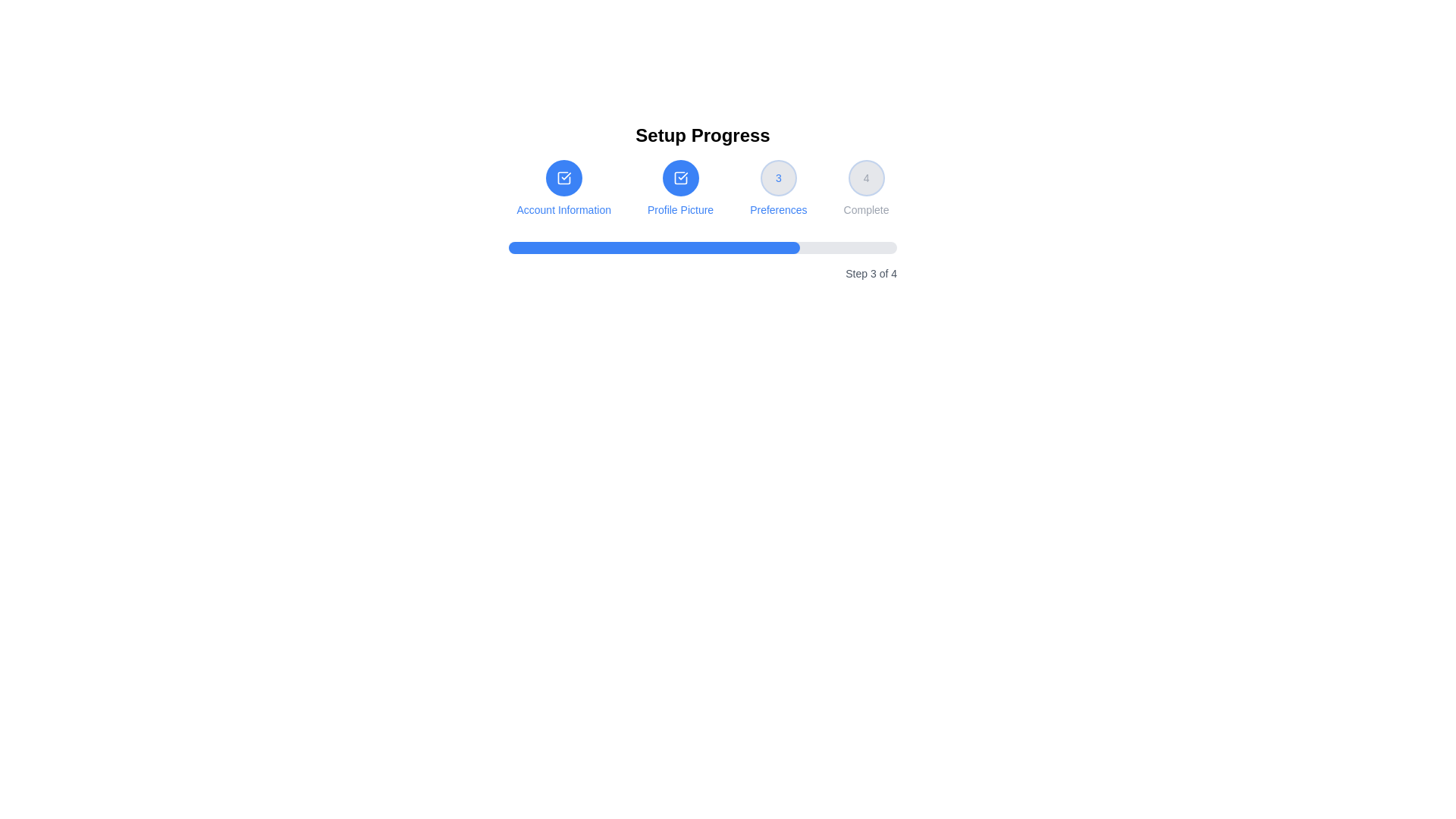 The width and height of the screenshot is (1456, 819). Describe the element at coordinates (563, 177) in the screenshot. I see `the square icon with a checkmark inside it, which represents the 'Account Information' step in the progress navigation for the setup process` at that location.